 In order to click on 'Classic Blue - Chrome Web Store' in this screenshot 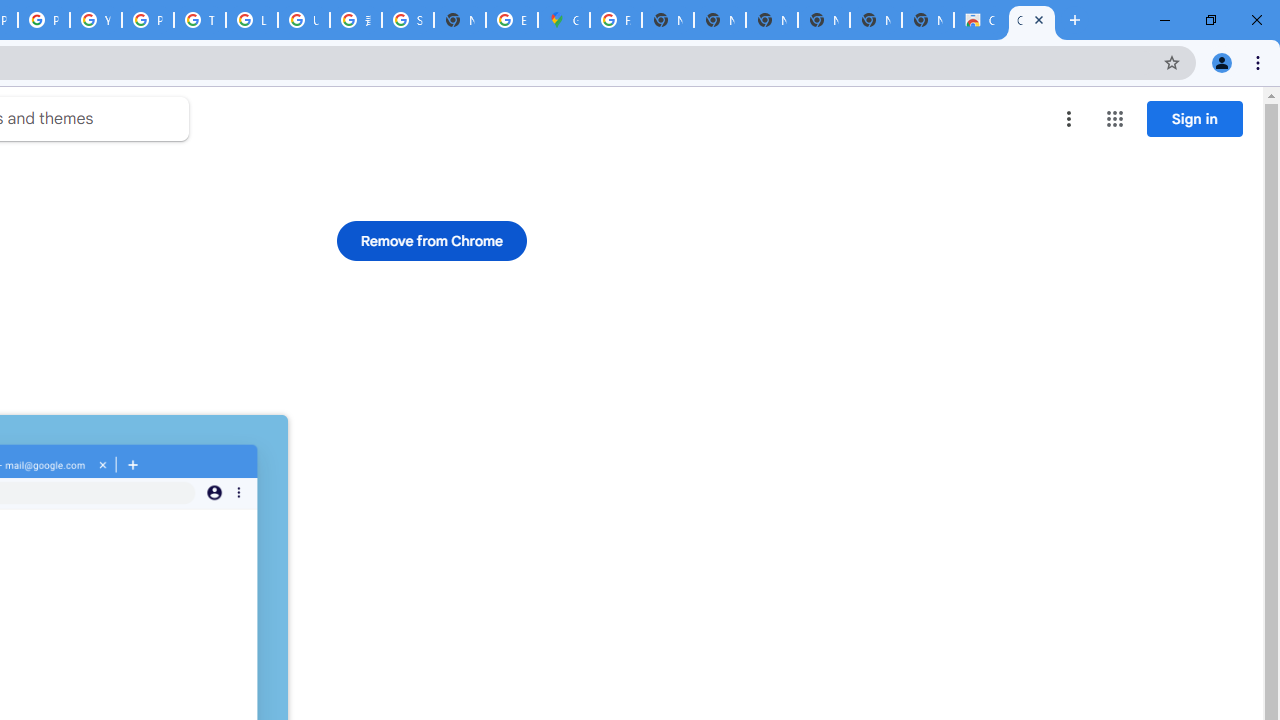, I will do `click(1032, 20)`.